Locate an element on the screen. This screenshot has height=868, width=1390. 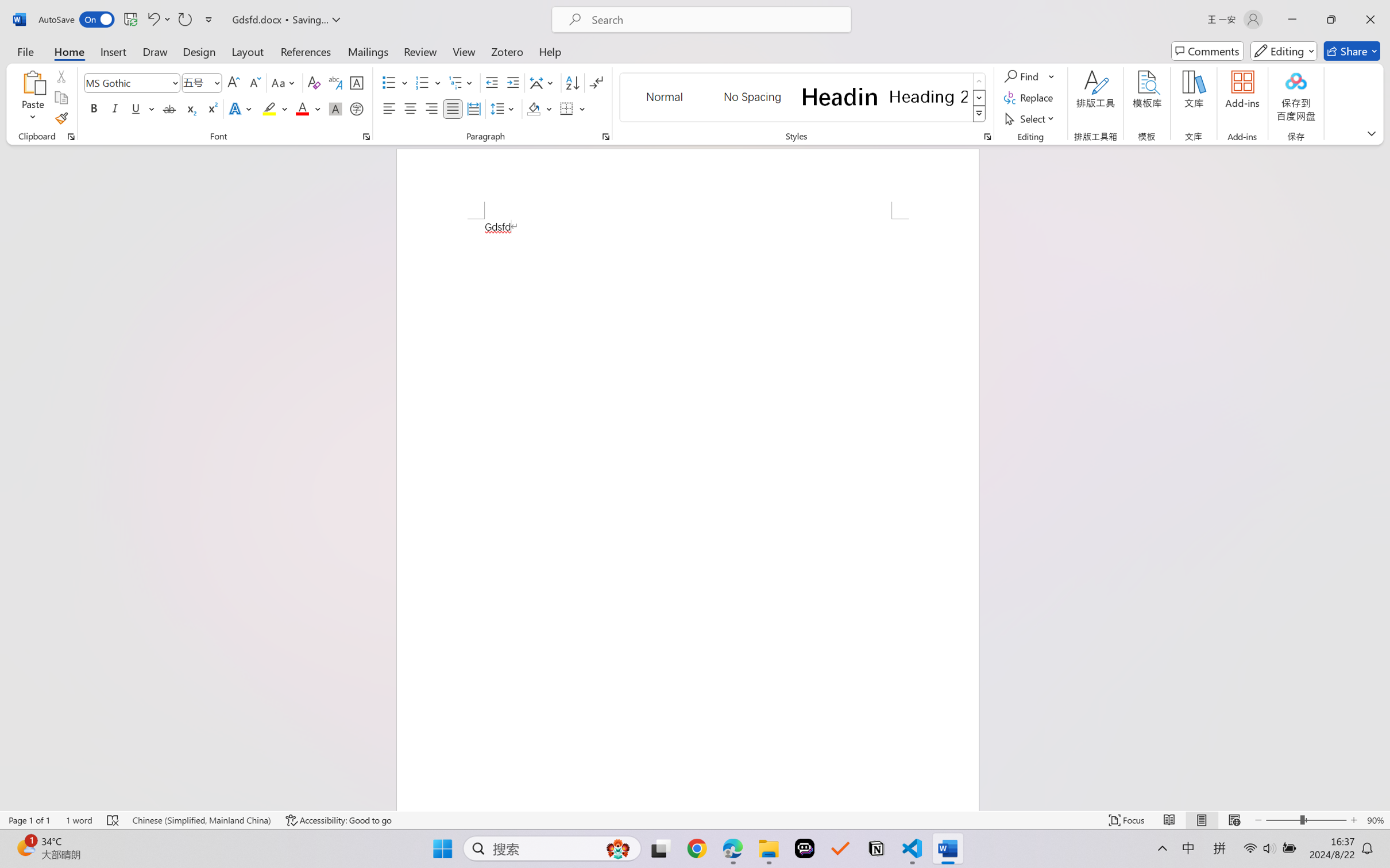
'Phonetic Guide...' is located at coordinates (334, 83).